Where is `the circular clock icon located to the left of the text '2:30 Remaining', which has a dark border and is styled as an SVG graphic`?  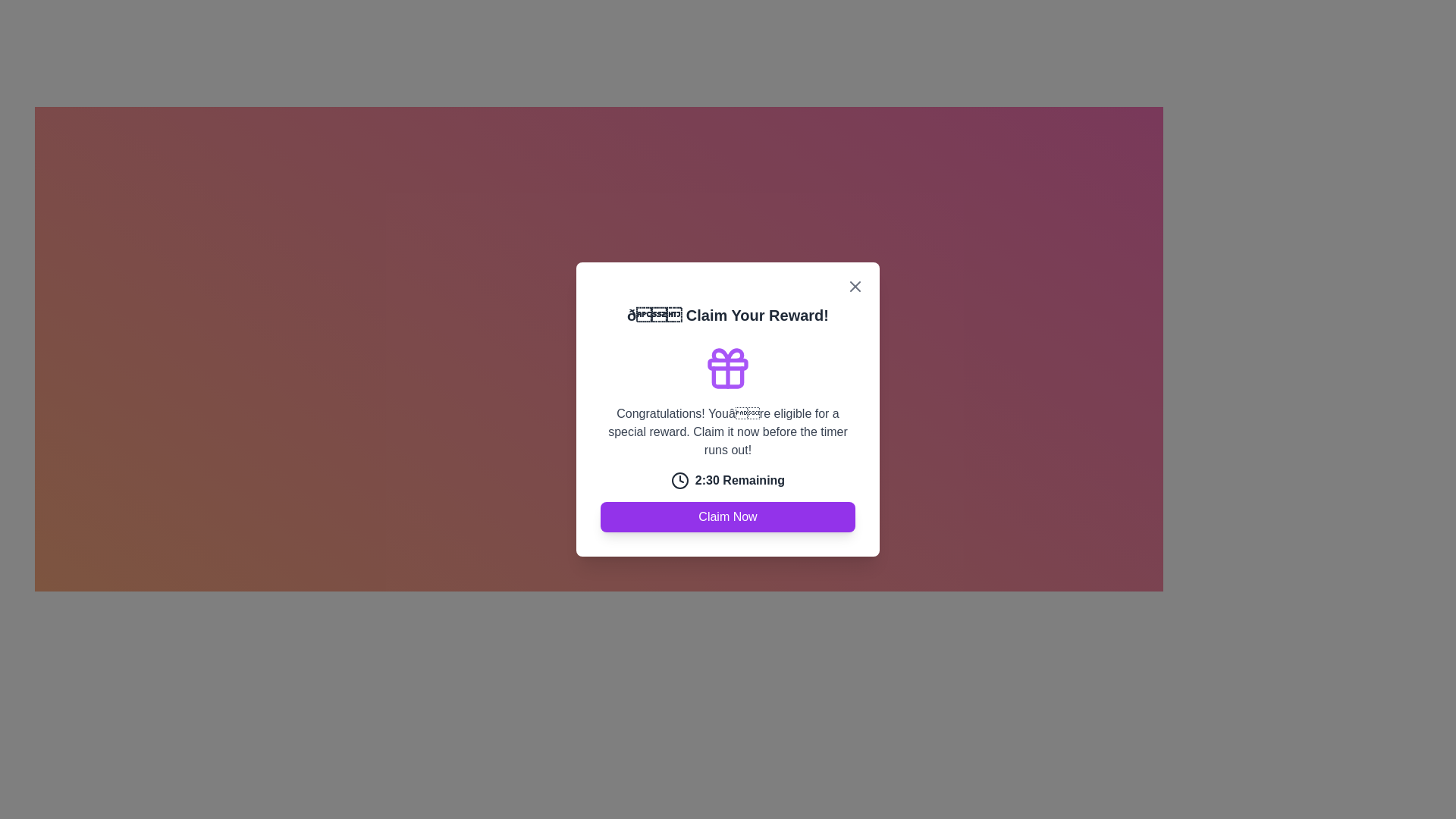
the circular clock icon located to the left of the text '2:30 Remaining', which has a dark border and is styled as an SVG graphic is located at coordinates (679, 480).